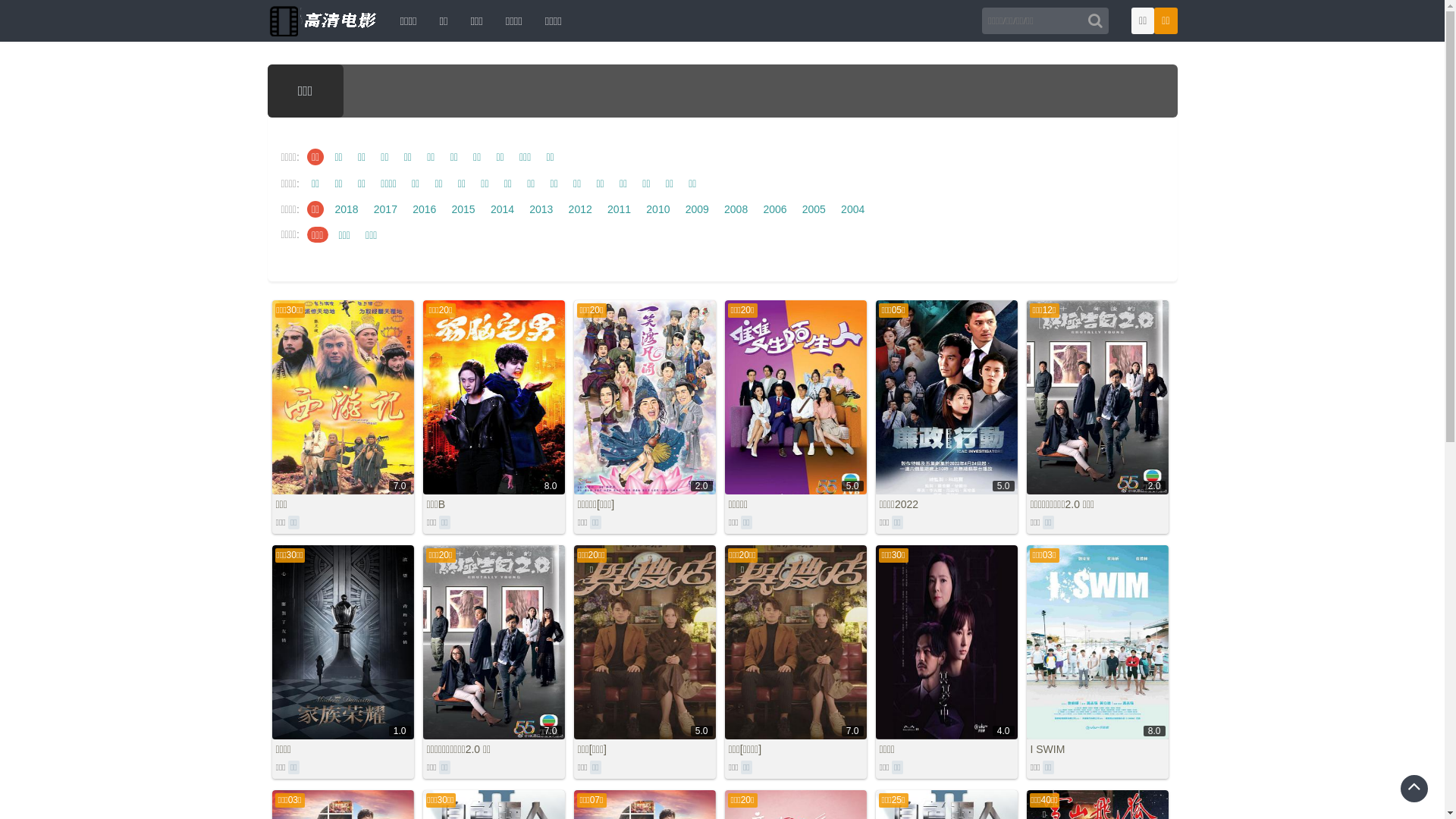  Describe the element at coordinates (385, 209) in the screenshot. I see `'2017'` at that location.